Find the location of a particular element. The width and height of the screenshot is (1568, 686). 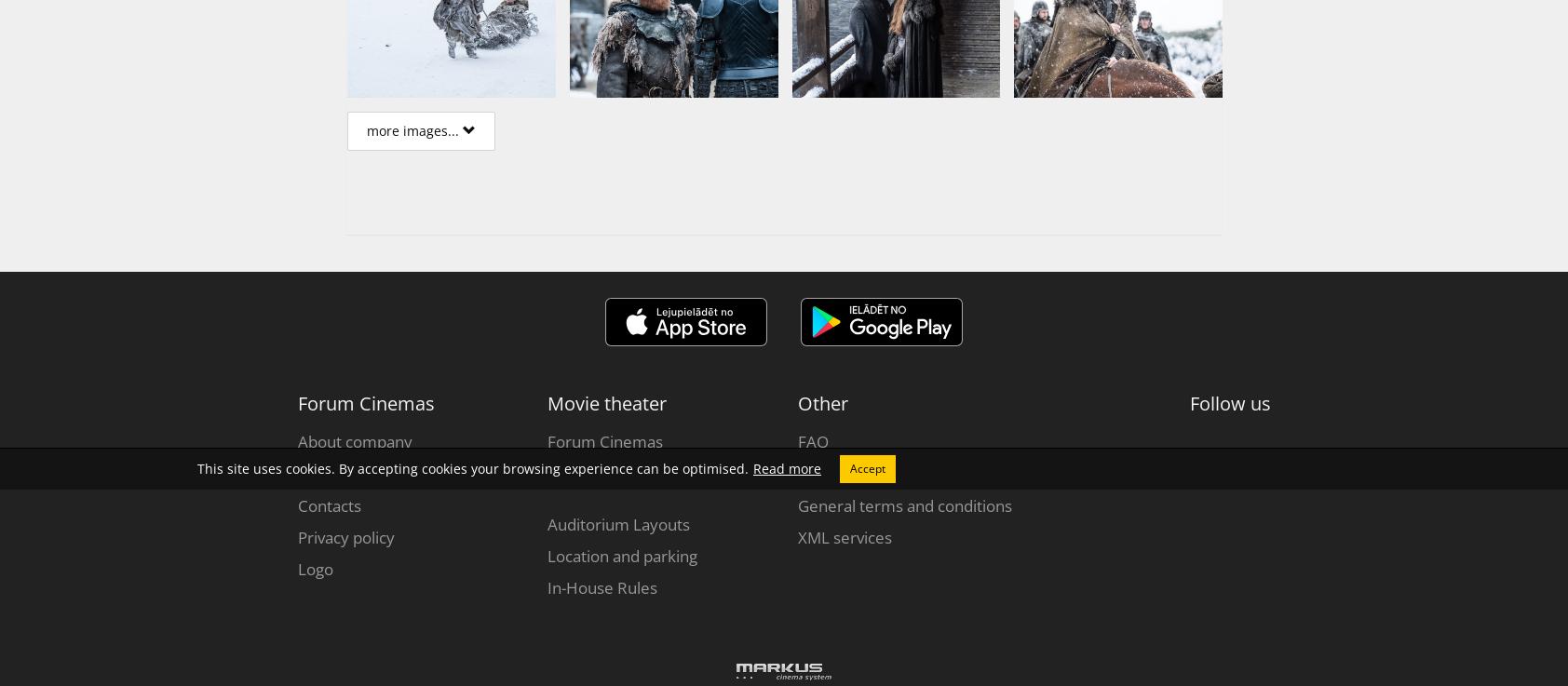

'Movie theater' is located at coordinates (547, 402).